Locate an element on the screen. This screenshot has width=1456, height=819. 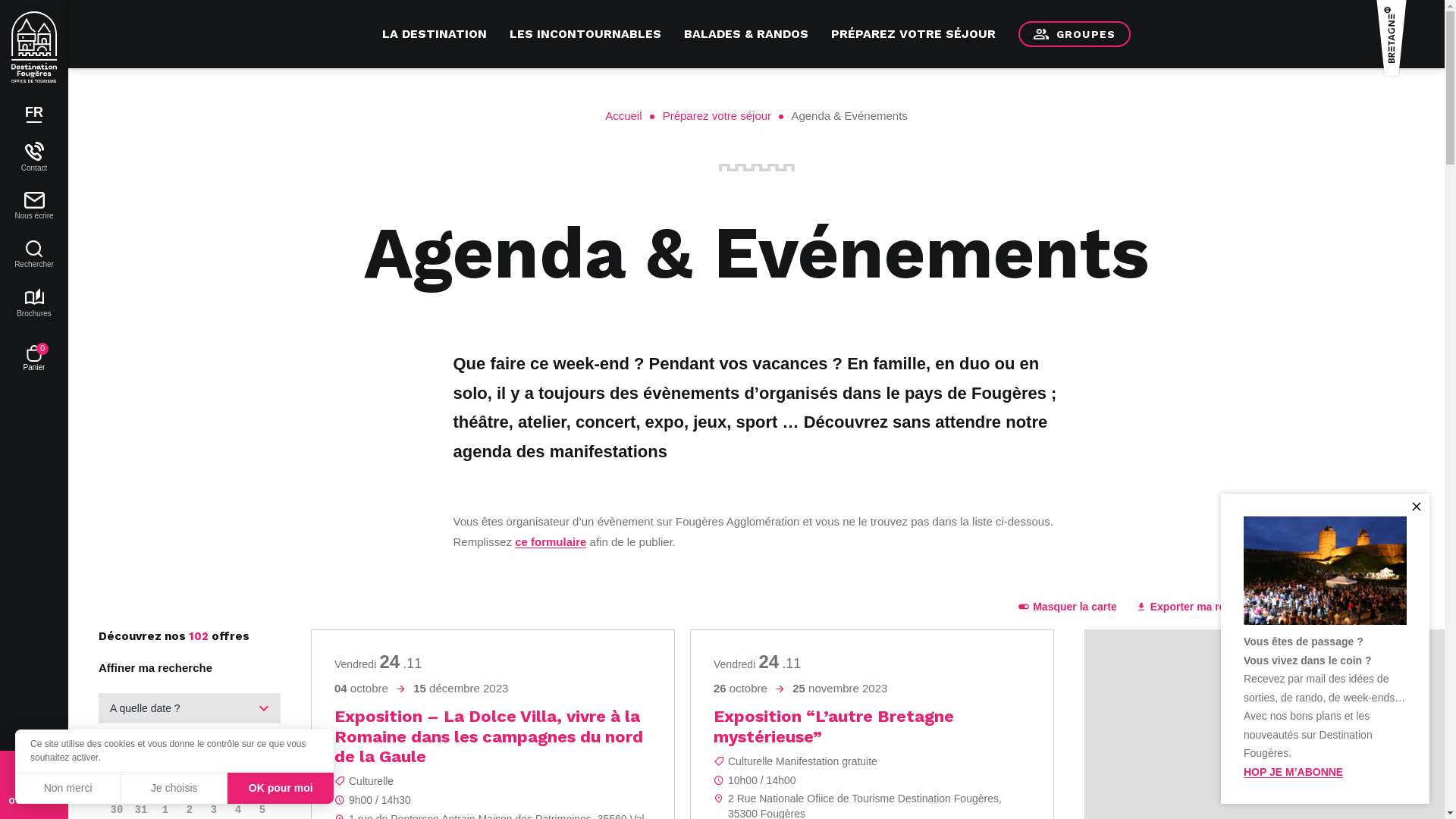
'LA DESTINATION' is located at coordinates (433, 34).